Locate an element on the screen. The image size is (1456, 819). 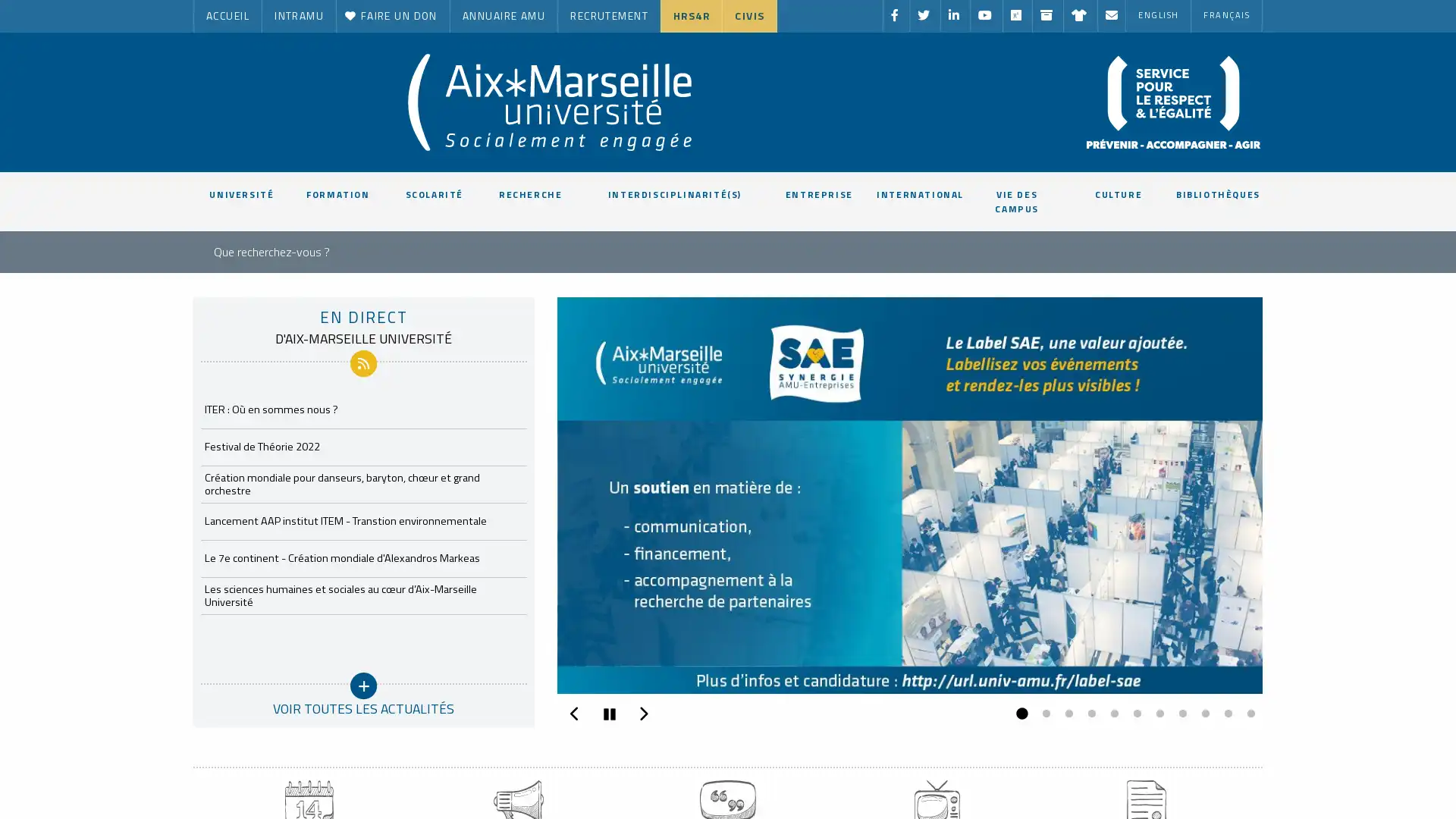
Go to slide 8 is located at coordinates (1178, 714).